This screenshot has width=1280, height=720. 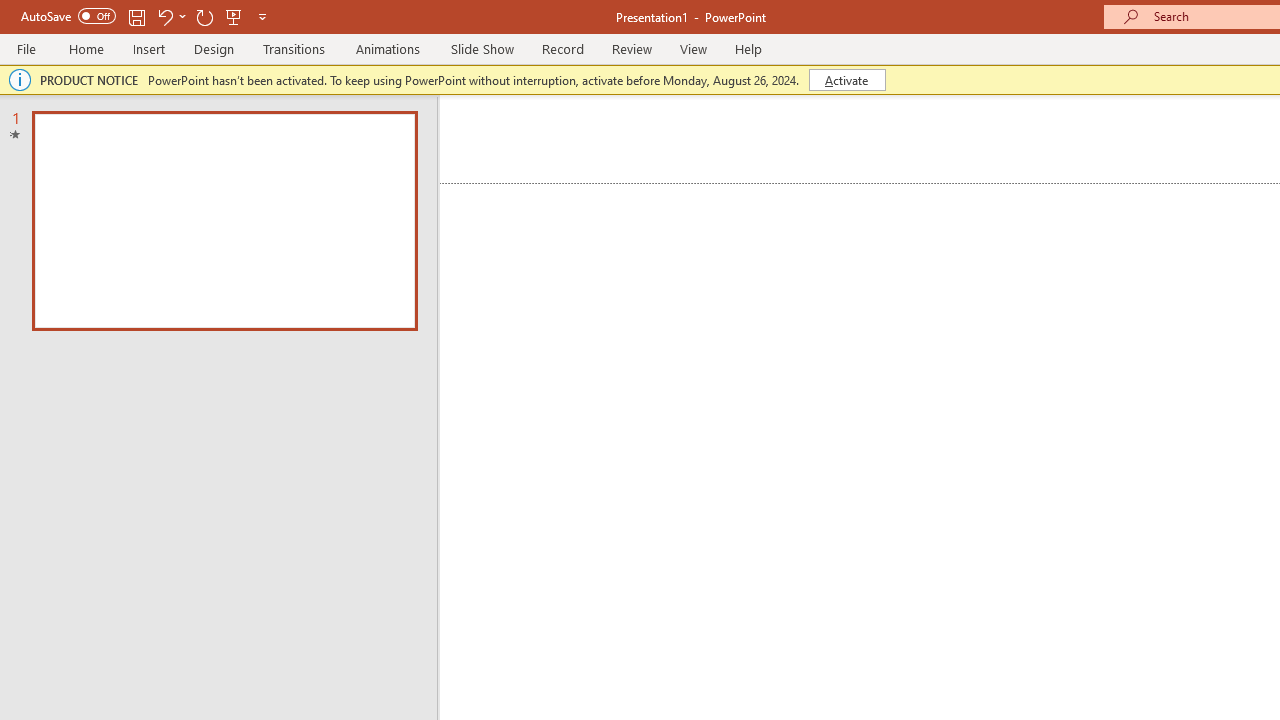 I want to click on 'Home', so click(x=85, y=48).